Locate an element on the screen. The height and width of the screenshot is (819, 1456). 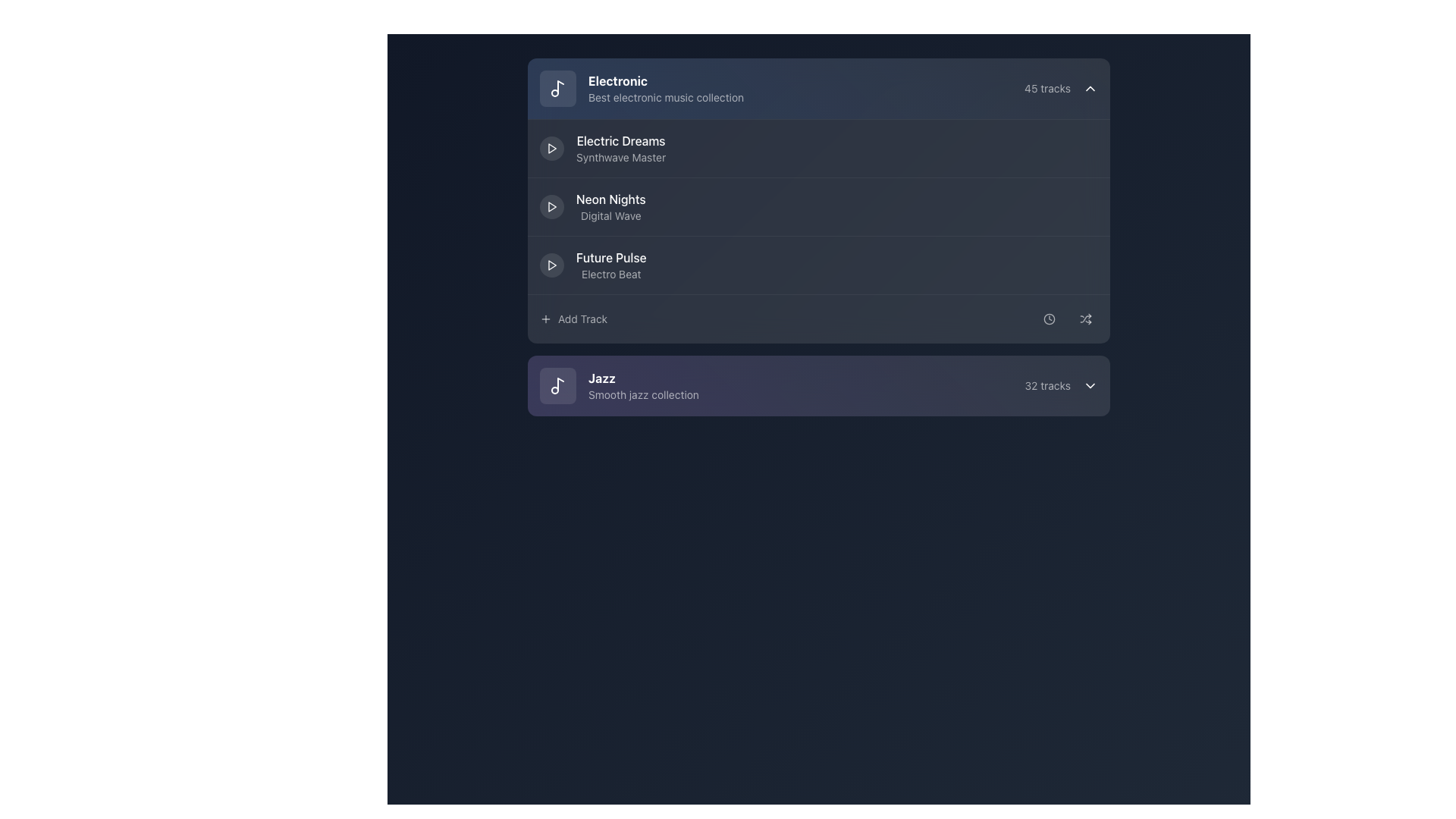
the non-interactive text label displaying the title of a music track or playlist in the 'Electronic' section, positioned above the subtitle 'Synthwave Master' is located at coordinates (621, 140).